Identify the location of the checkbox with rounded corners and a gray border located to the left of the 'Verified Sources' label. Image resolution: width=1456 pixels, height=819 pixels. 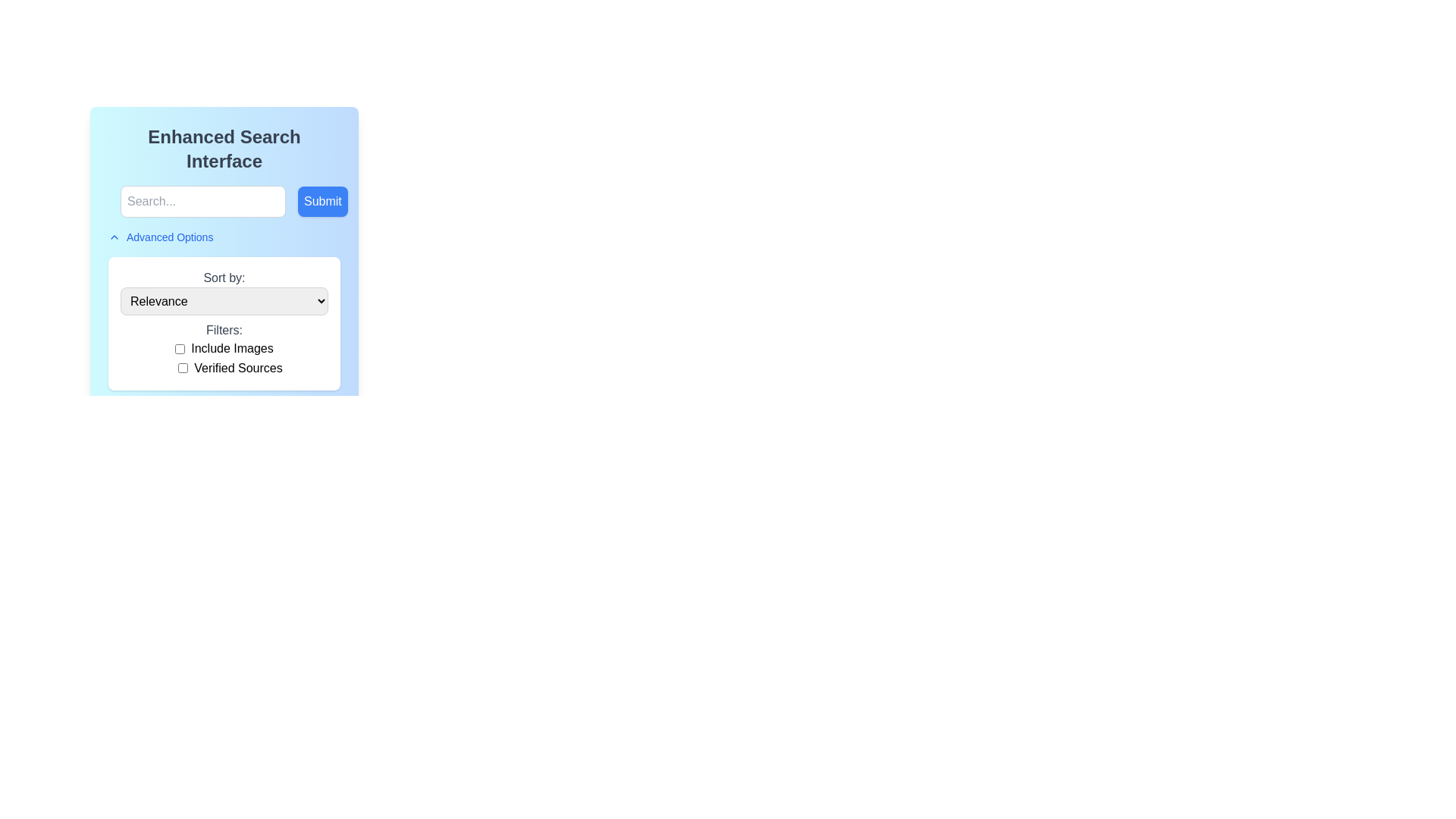
(182, 368).